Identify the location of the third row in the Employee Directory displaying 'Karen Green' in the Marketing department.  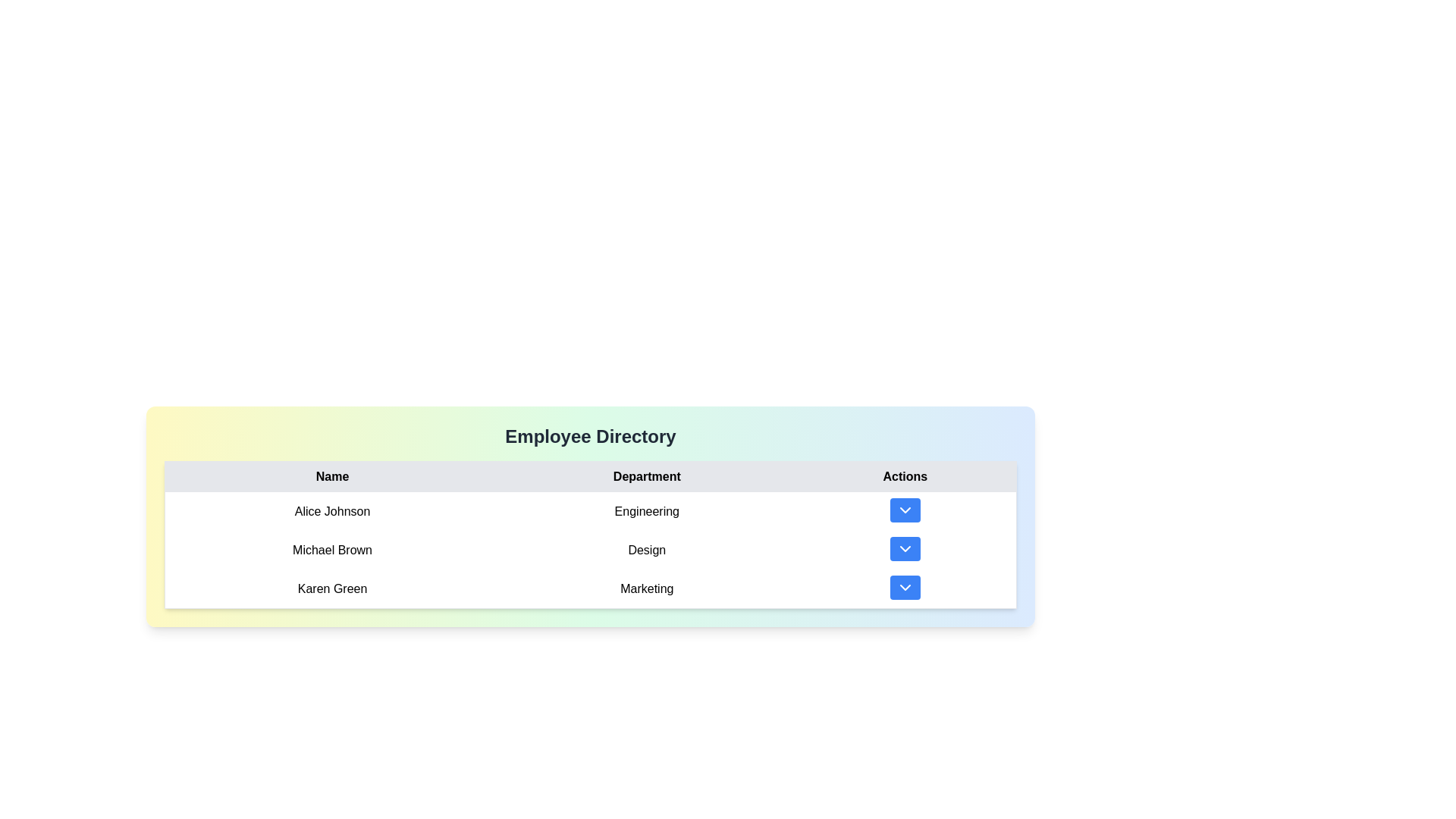
(589, 588).